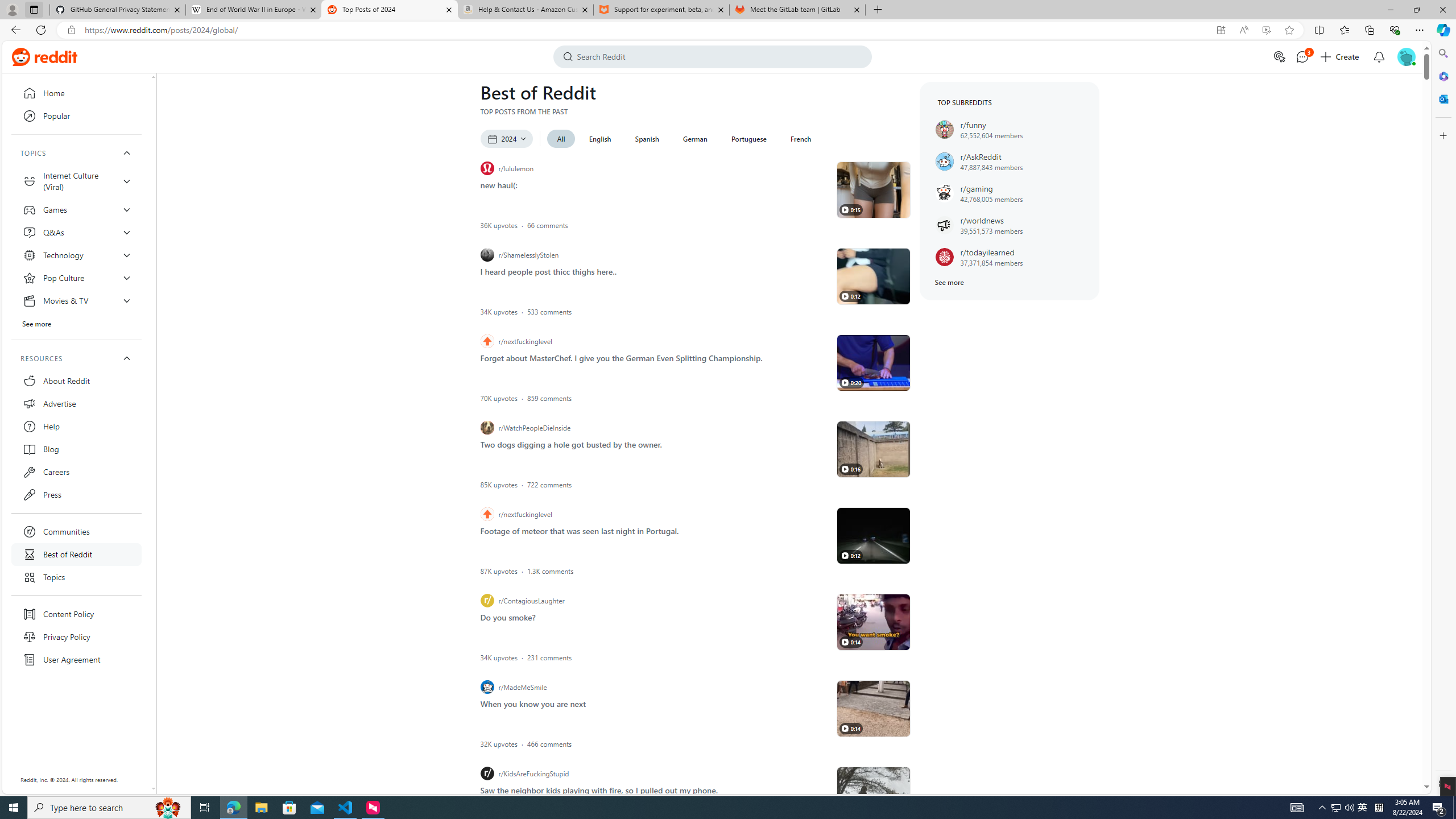  I want to click on 'Open chat', so click(1301, 56).